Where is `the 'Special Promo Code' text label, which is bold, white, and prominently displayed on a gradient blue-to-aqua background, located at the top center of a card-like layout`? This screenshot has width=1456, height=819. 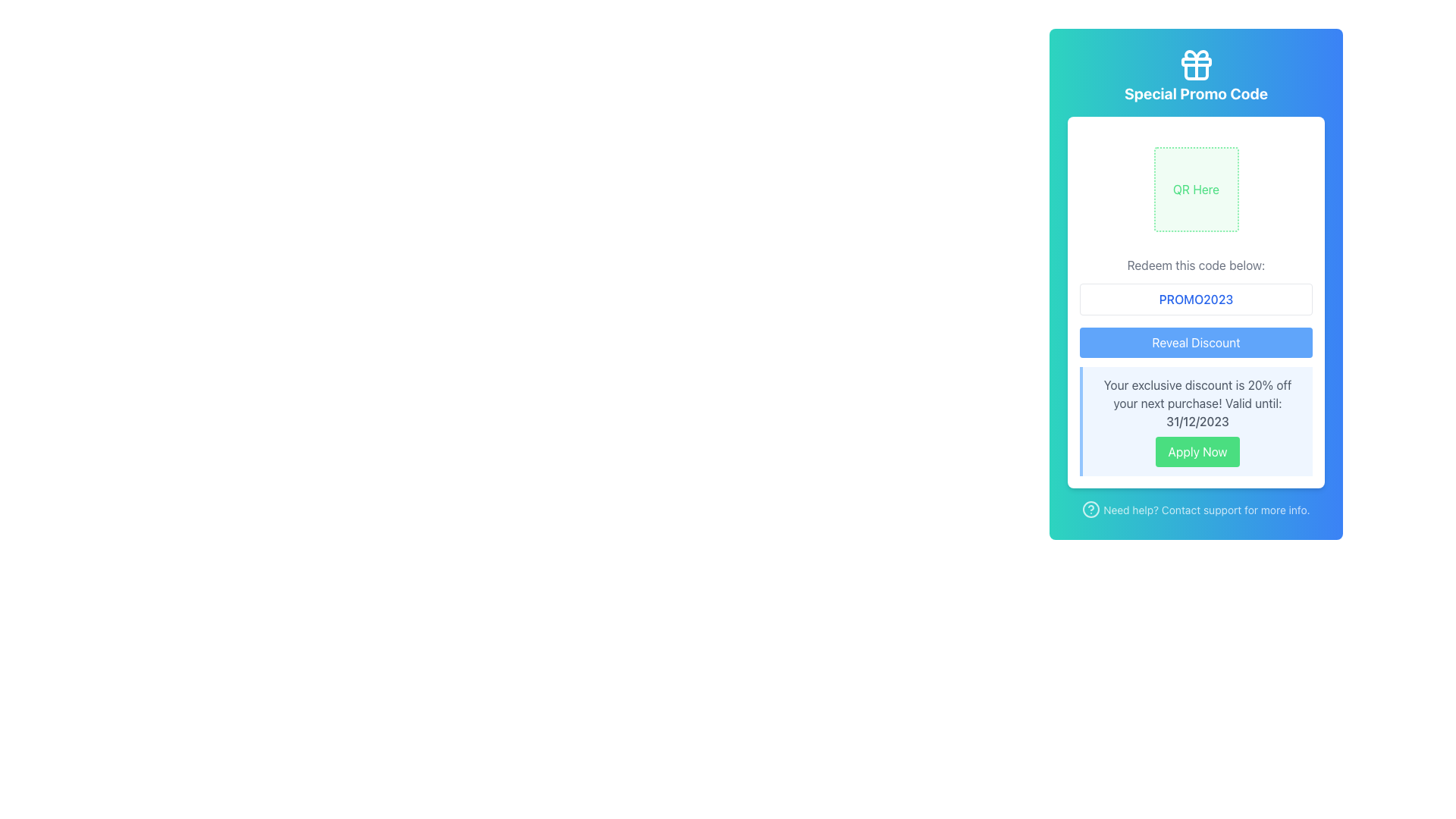 the 'Special Promo Code' text label, which is bold, white, and prominently displayed on a gradient blue-to-aqua background, located at the top center of a card-like layout is located at coordinates (1195, 93).